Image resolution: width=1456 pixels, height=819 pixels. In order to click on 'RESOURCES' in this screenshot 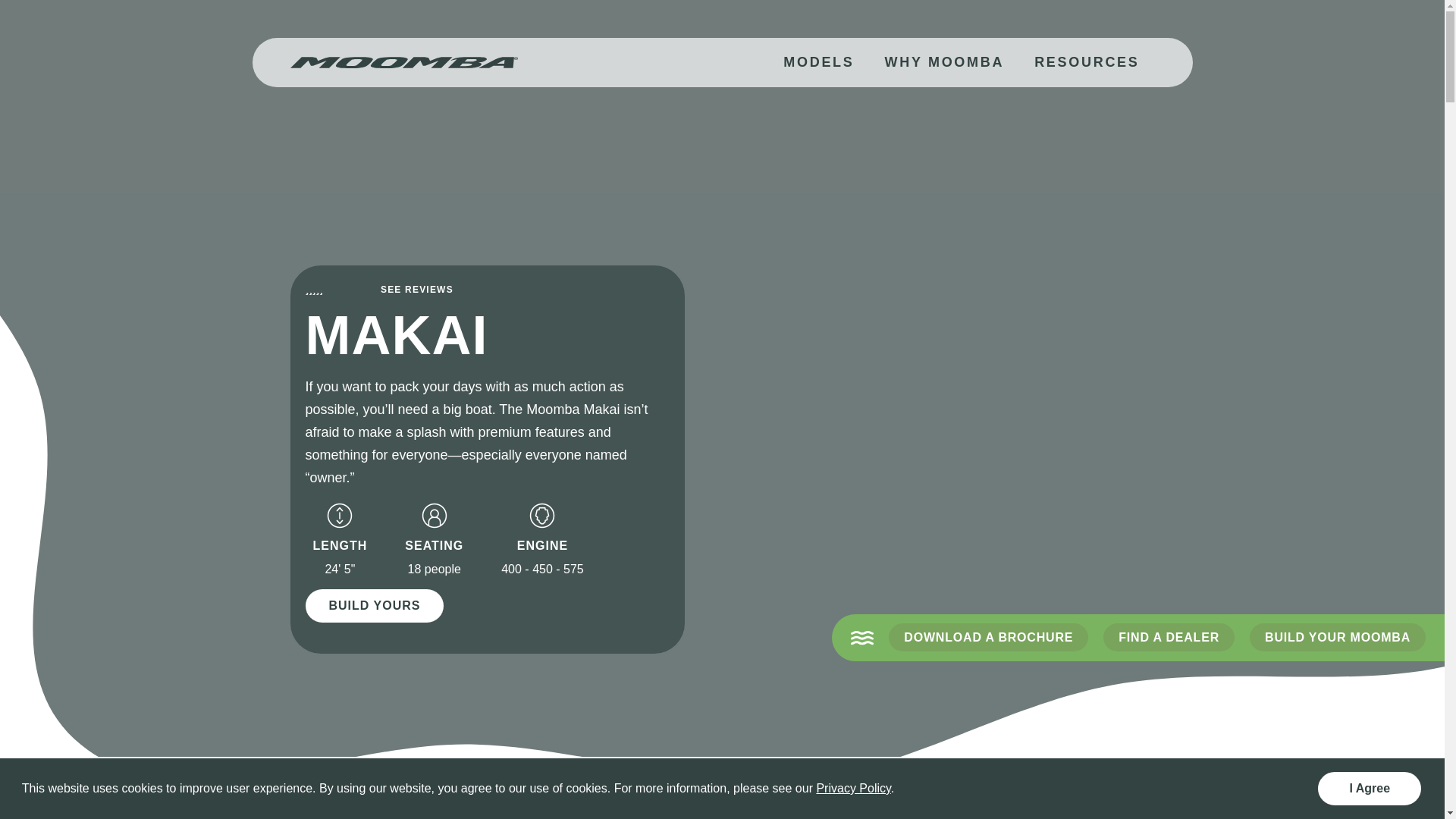, I will do `click(1086, 61)`.